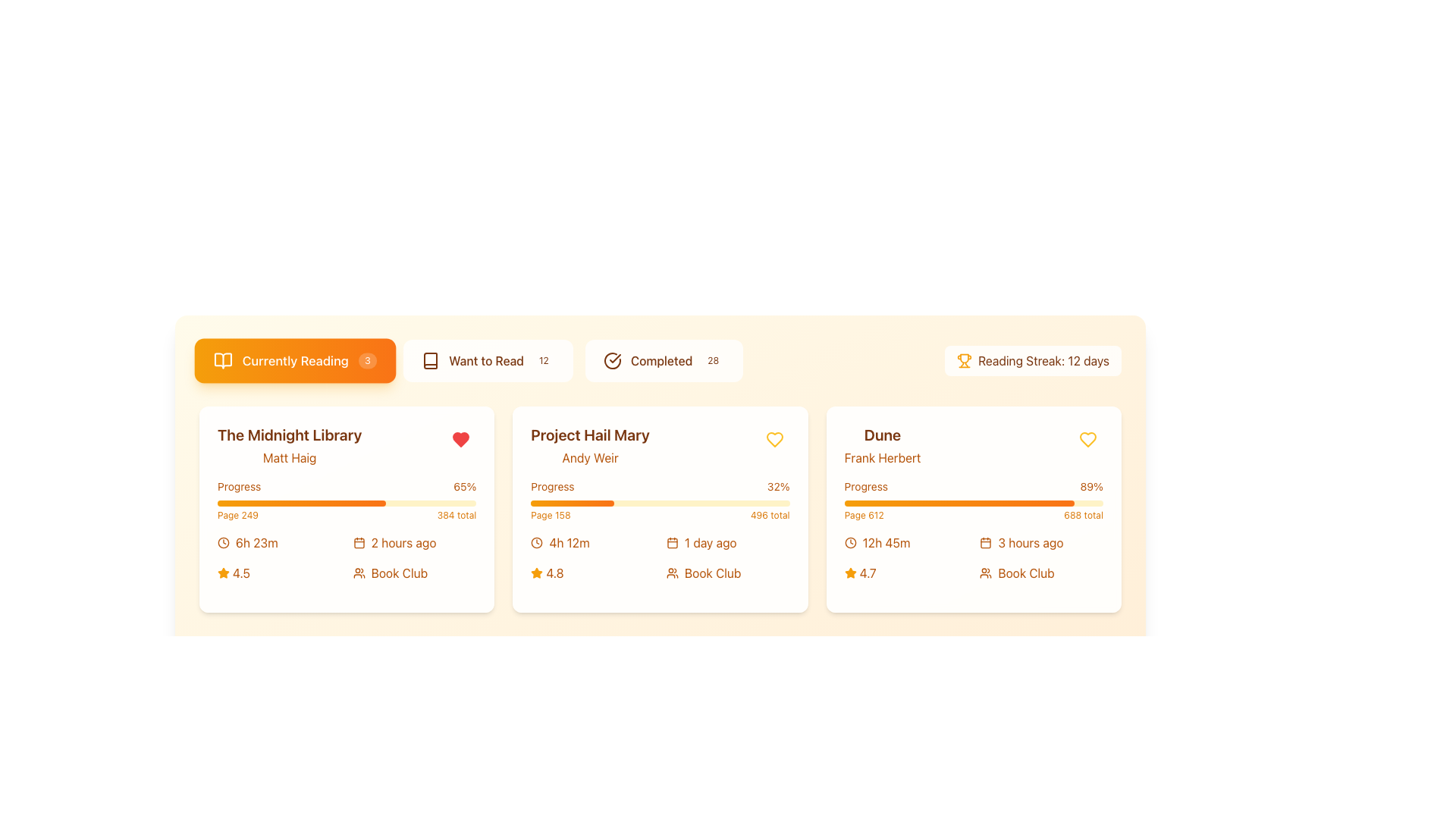 The image size is (1456, 819). Describe the element at coordinates (974, 500) in the screenshot. I see `the progress bar that shows 89% completion of reading` at that location.